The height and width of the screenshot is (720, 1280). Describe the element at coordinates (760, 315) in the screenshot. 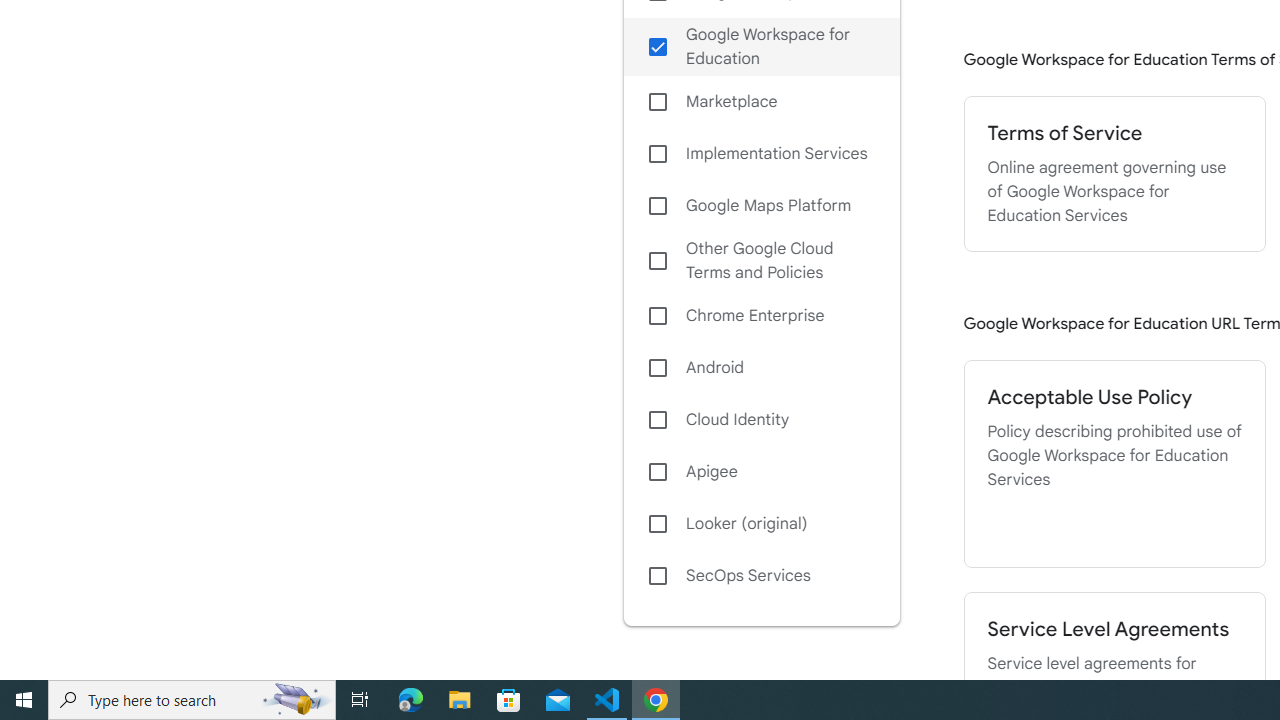

I see `'Chrome Enterprise'` at that location.